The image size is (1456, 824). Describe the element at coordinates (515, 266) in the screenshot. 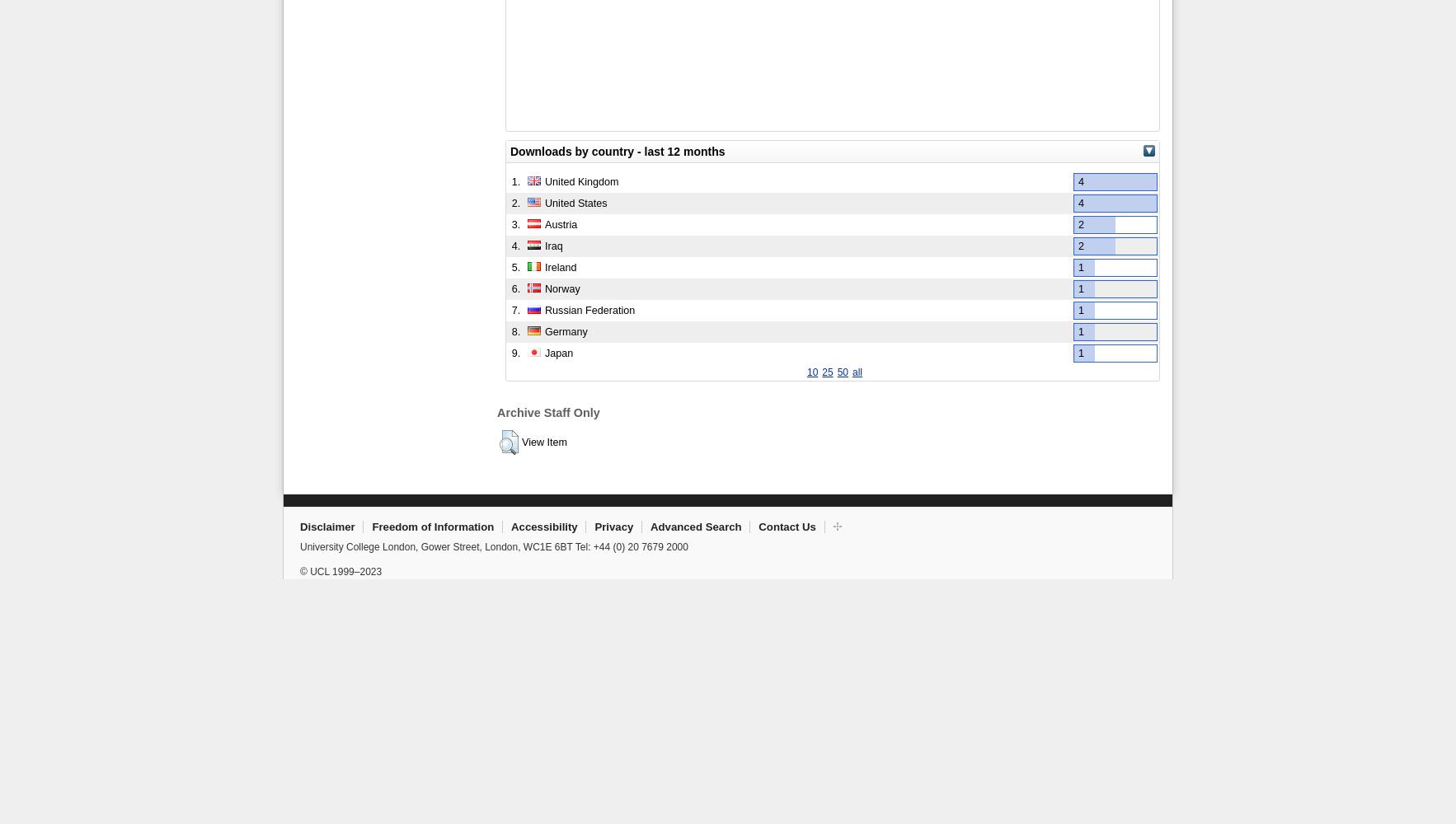

I see `'5.'` at that location.